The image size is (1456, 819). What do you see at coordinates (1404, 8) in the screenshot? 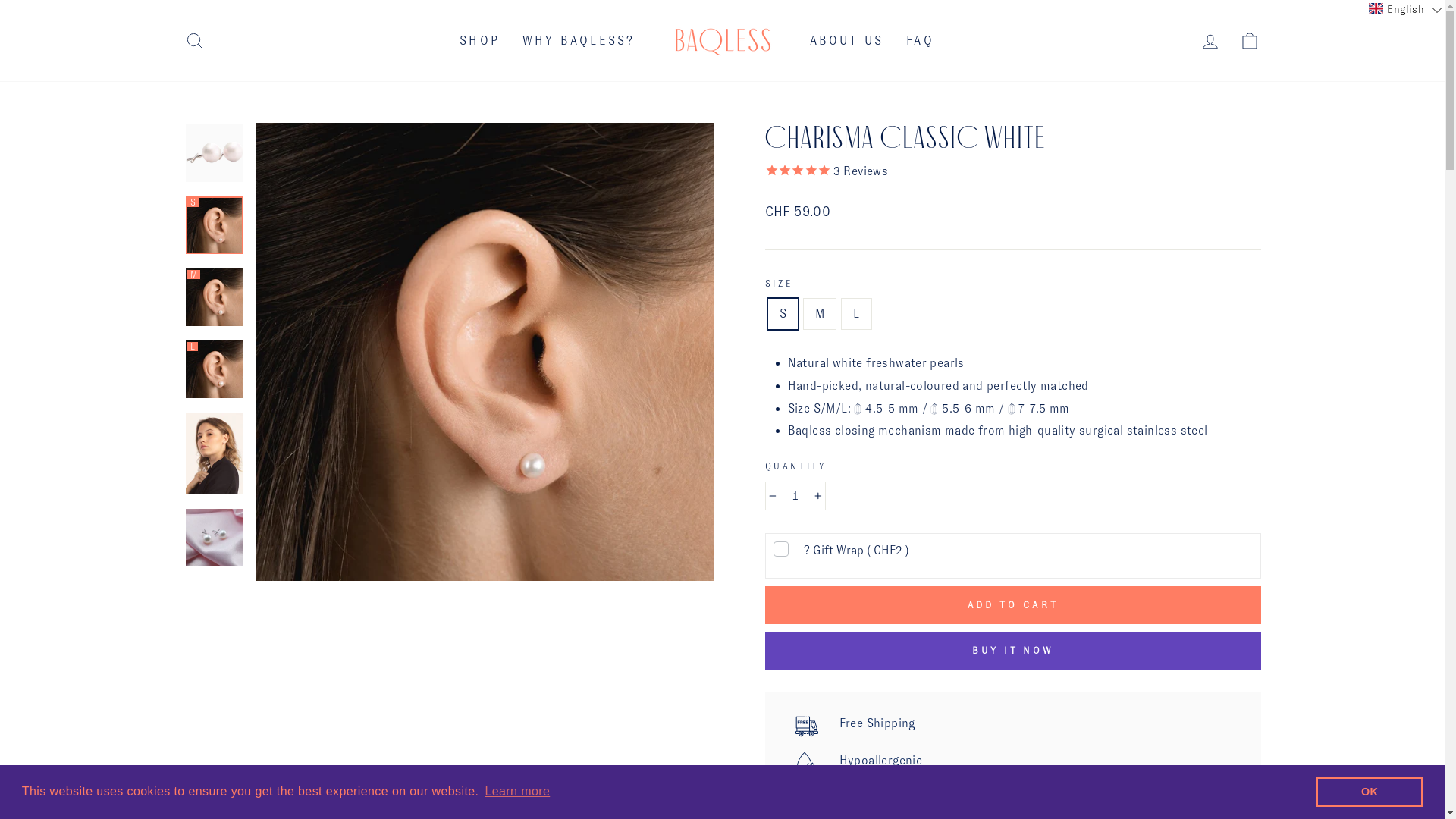
I see `'English'` at bounding box center [1404, 8].